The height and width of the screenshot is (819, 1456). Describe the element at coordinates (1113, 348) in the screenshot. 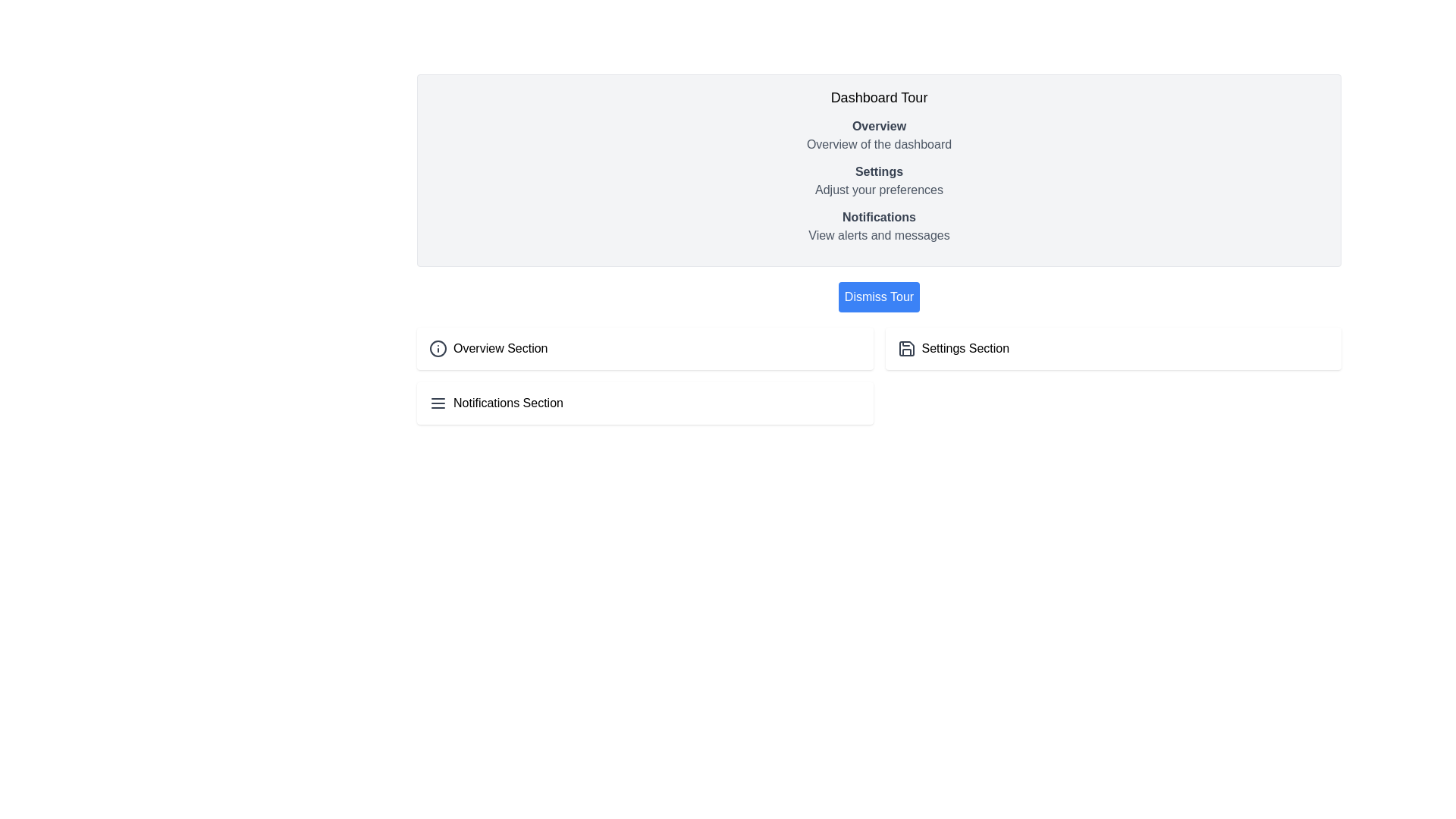

I see `the 'Settings Section' card located in the second column of the dashboard interface` at that location.